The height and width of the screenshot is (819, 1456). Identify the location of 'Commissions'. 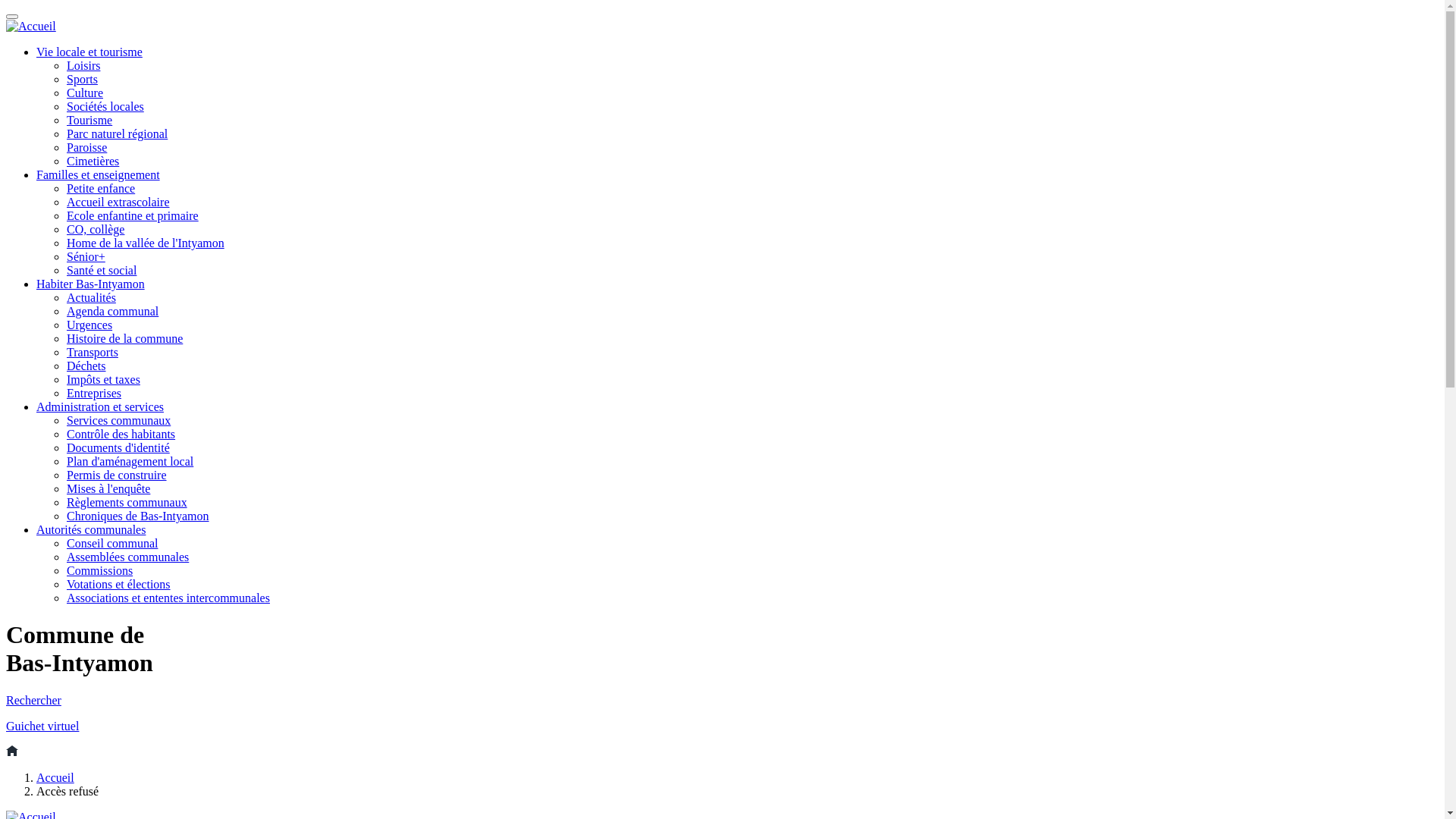
(99, 570).